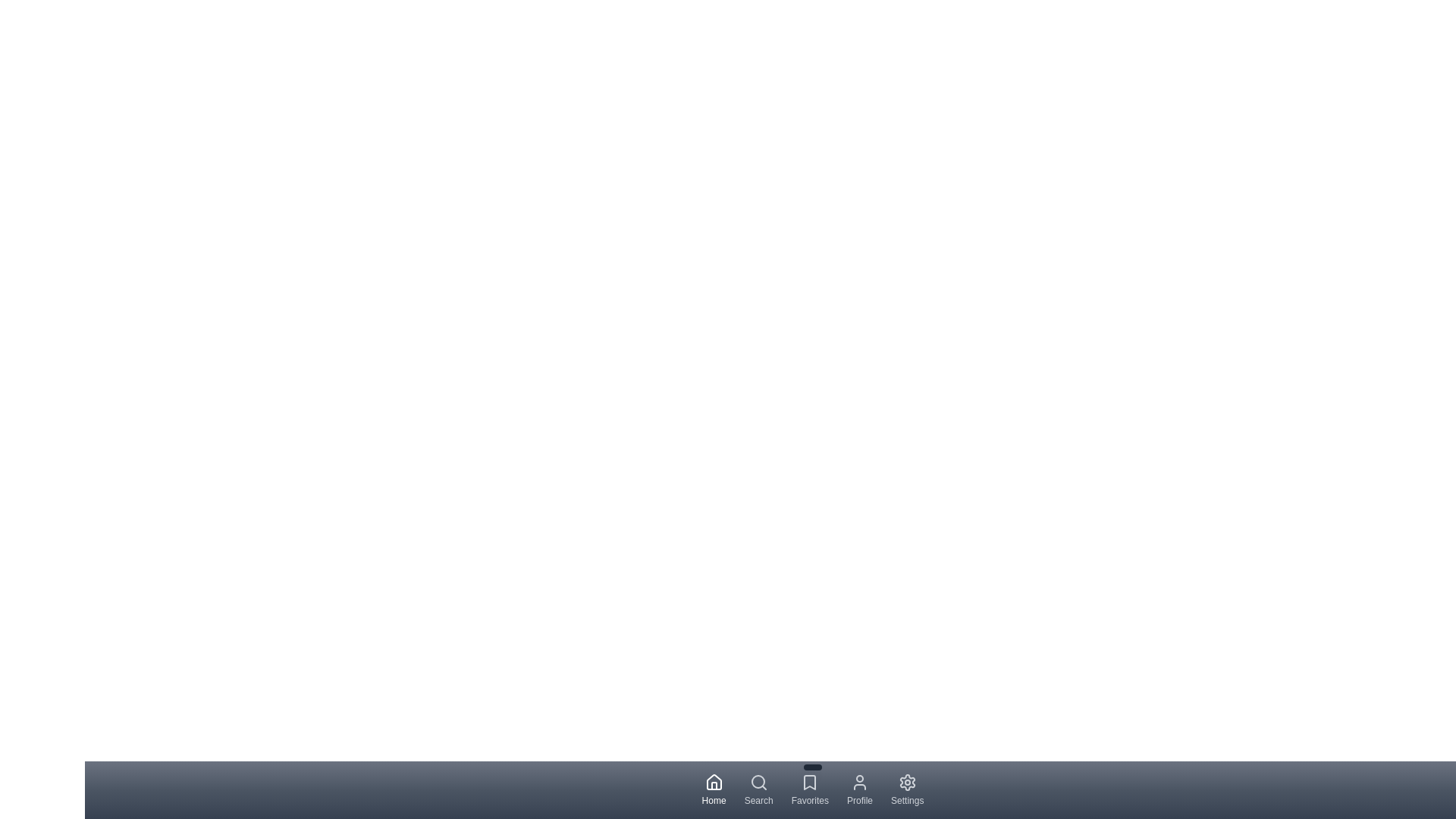 The height and width of the screenshot is (819, 1456). I want to click on the navigation tab labeled Search to display its tooltip, so click(758, 789).